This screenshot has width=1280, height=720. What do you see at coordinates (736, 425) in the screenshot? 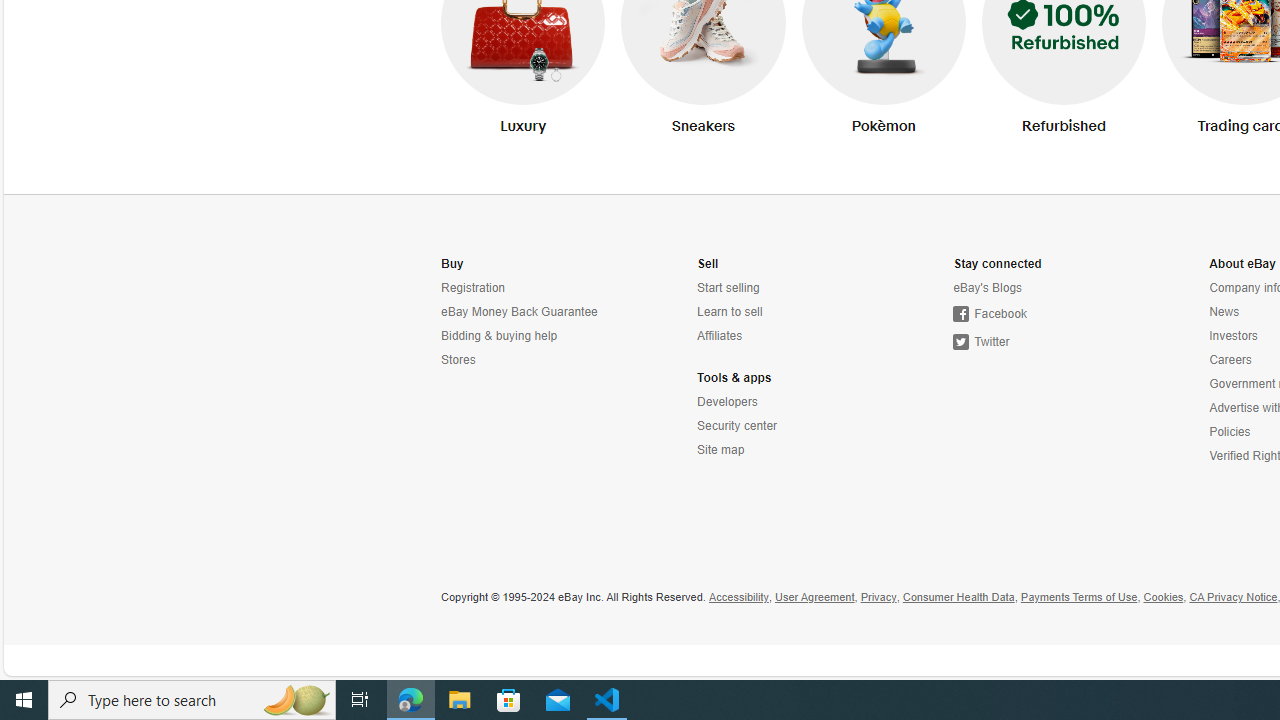
I see `'Security center'` at bounding box center [736, 425].